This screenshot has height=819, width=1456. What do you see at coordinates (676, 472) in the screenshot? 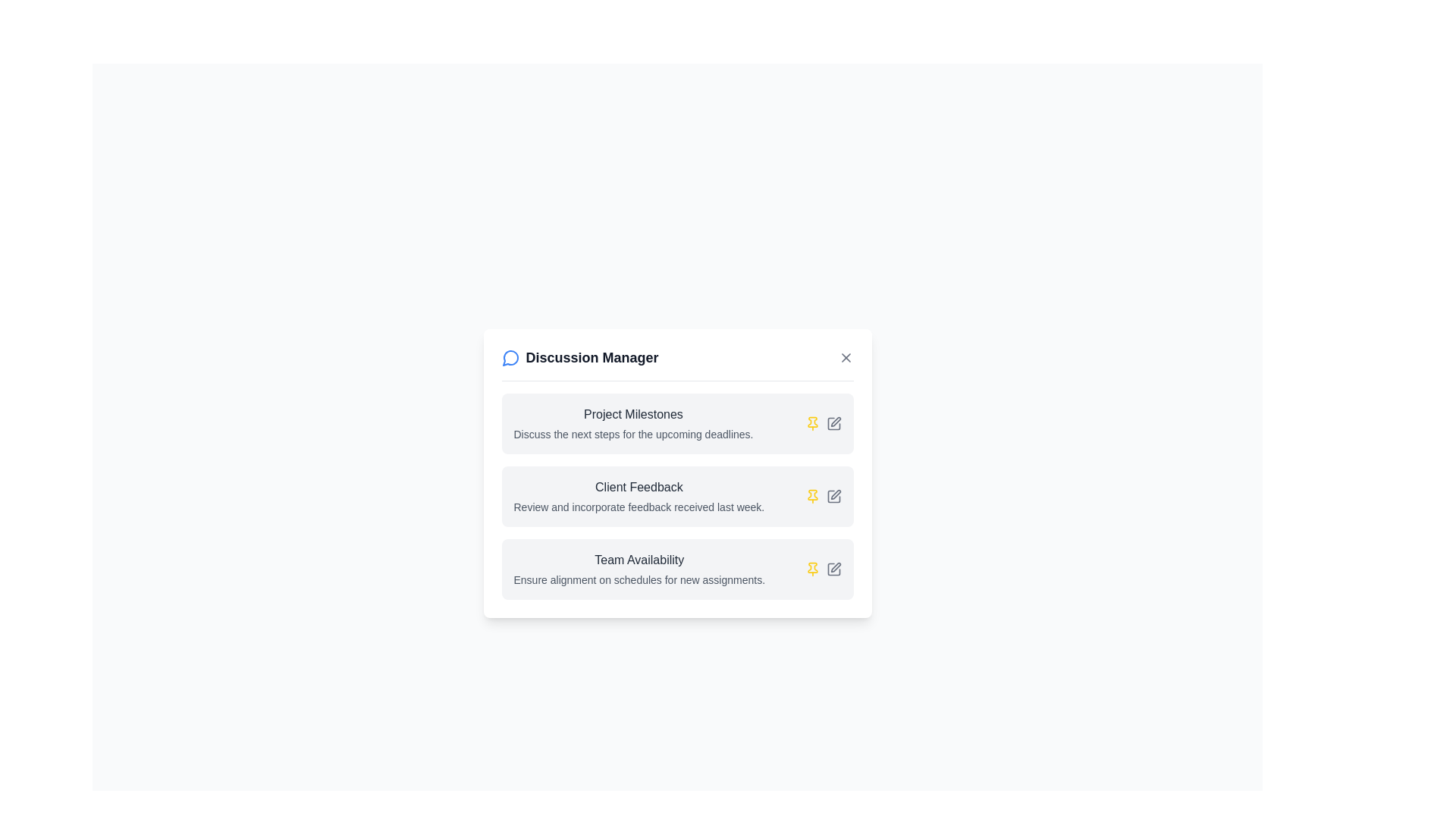
I see `the 'Client Feedback' information card` at bounding box center [676, 472].